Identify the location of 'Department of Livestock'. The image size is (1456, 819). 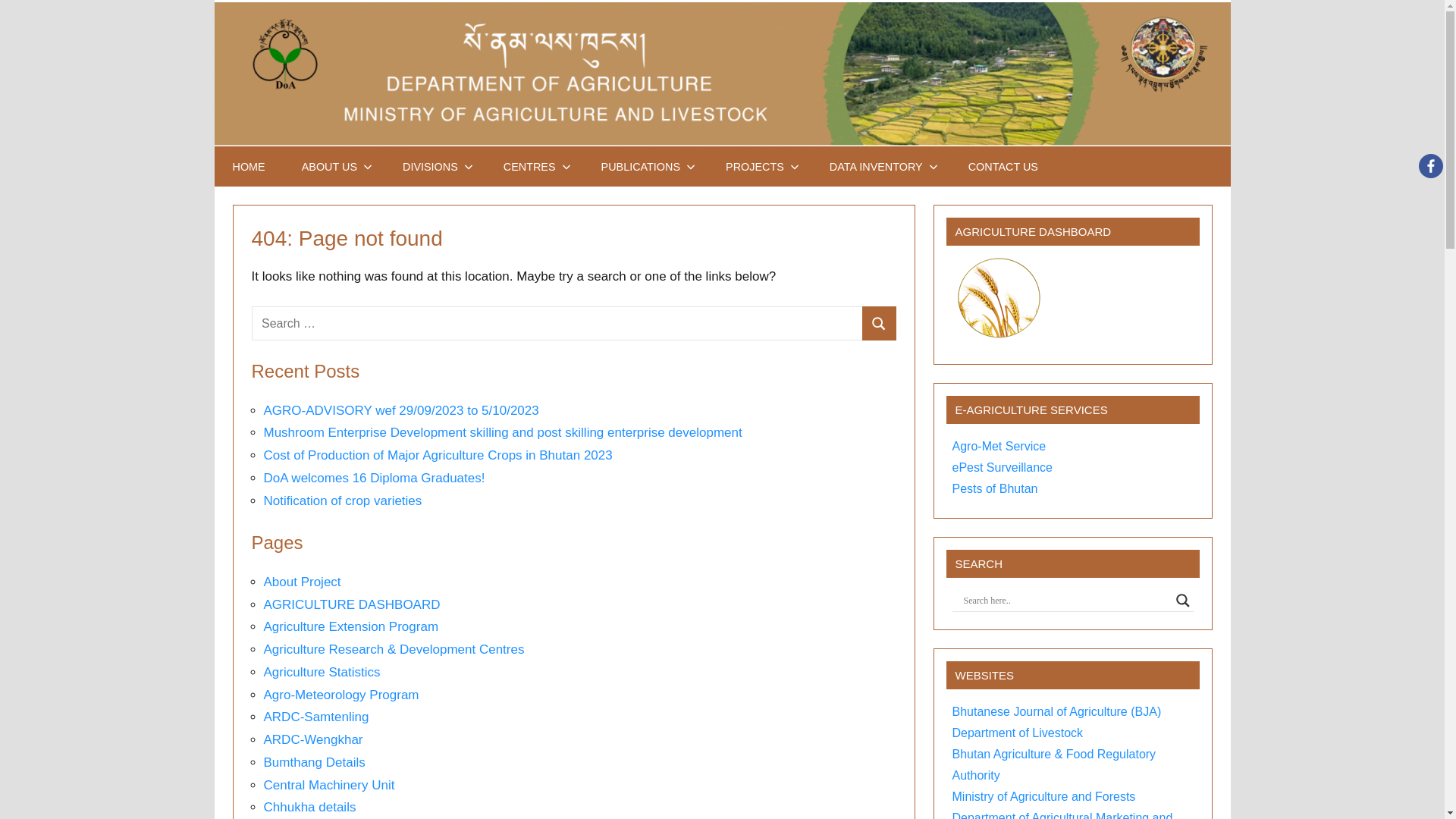
(1018, 732).